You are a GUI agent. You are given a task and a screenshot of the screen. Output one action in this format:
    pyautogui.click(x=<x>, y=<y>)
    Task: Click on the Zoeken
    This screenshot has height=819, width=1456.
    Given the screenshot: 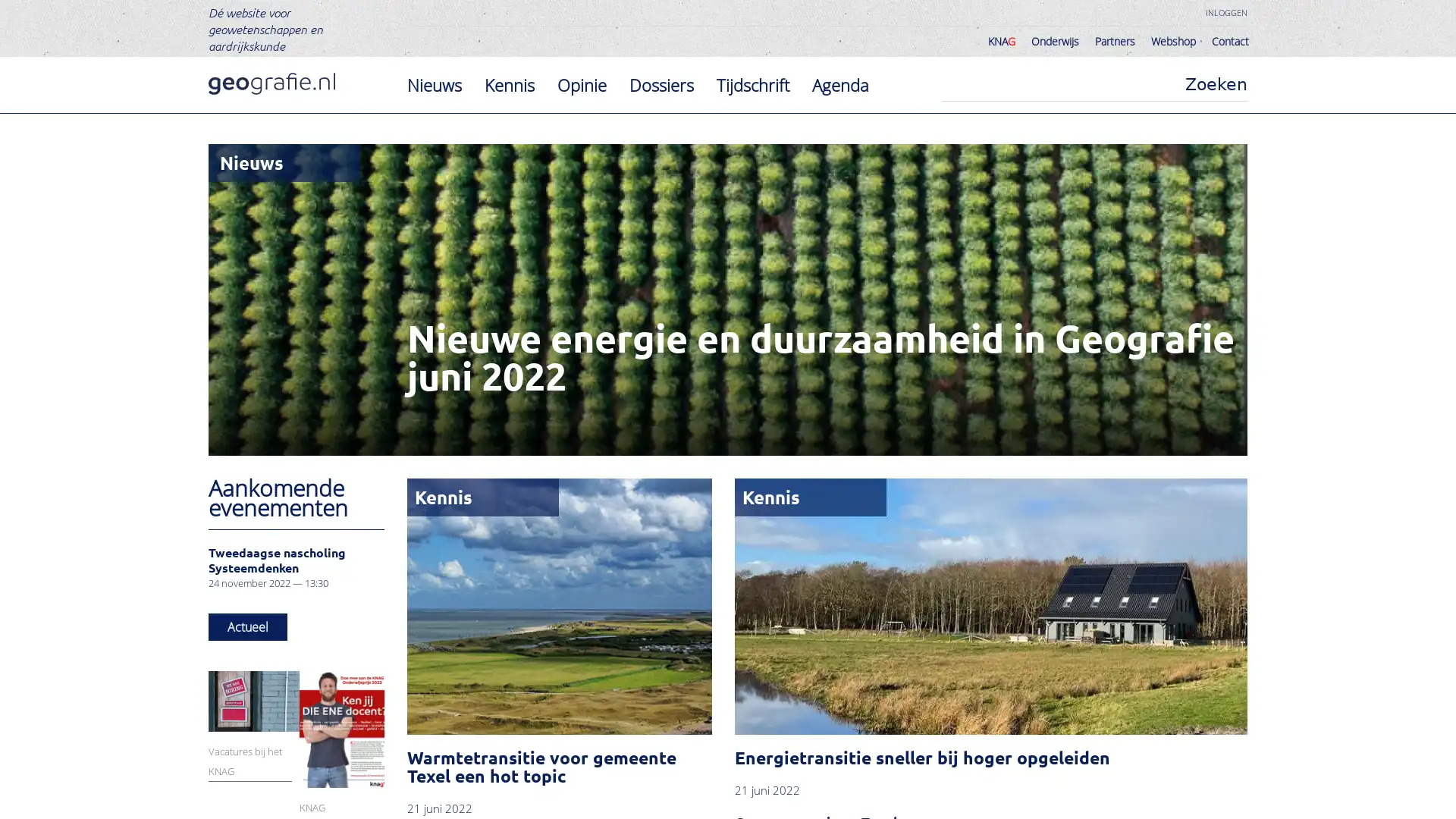 What is the action you would take?
    pyautogui.click(x=1216, y=84)
    